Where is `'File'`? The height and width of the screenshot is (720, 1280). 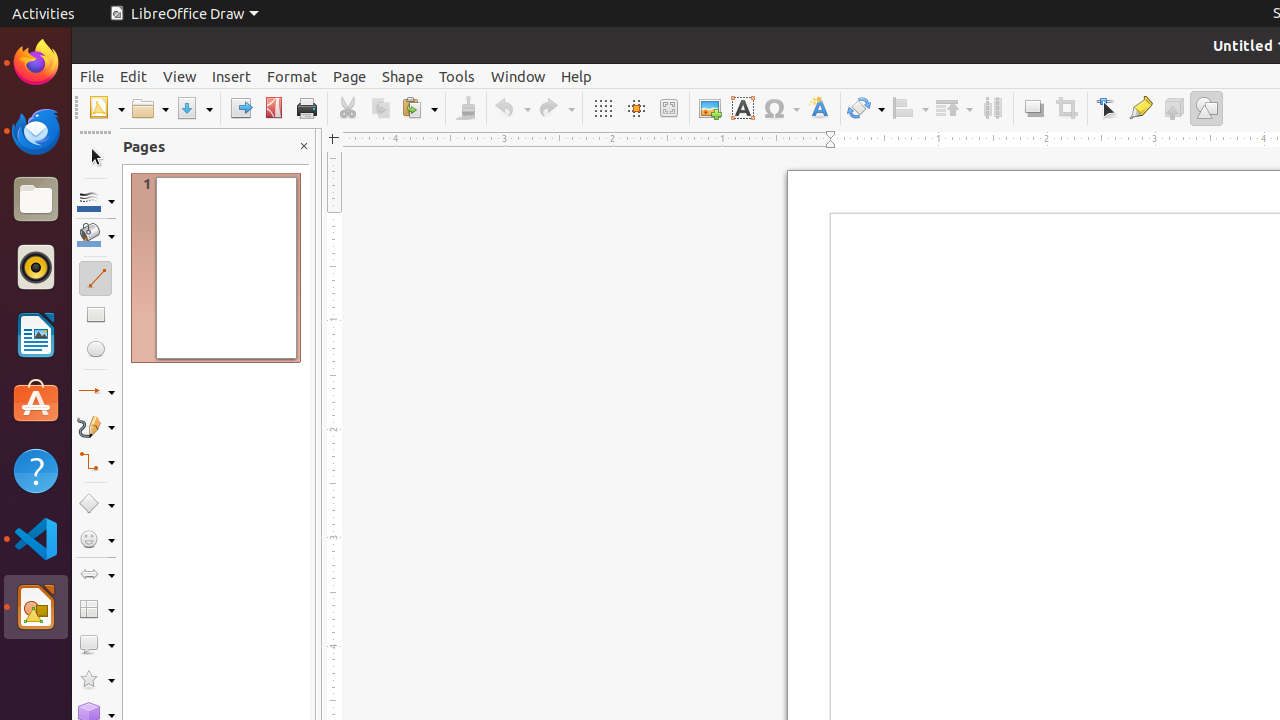 'File' is located at coordinates (91, 75).